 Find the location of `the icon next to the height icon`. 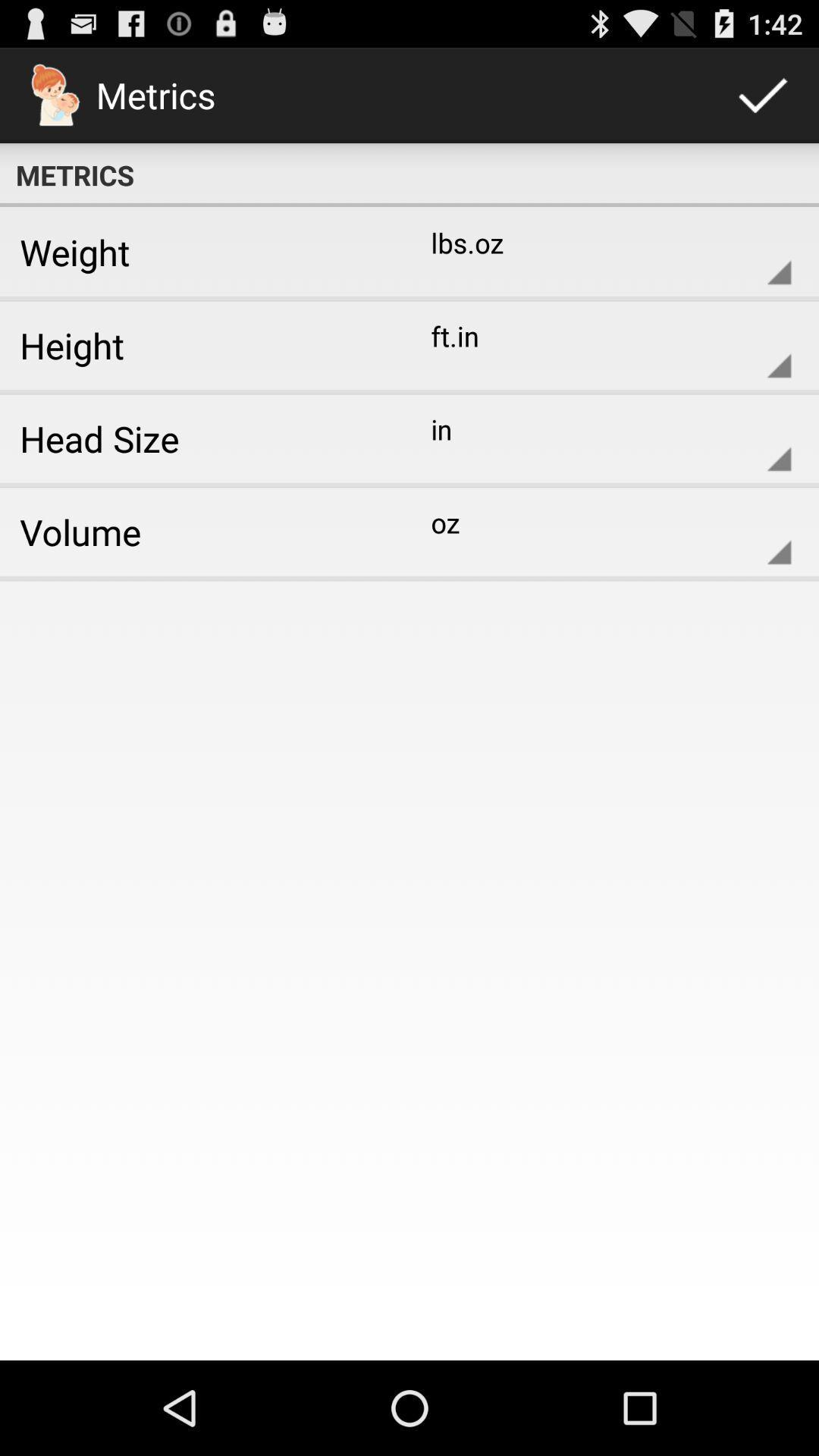

the icon next to the height icon is located at coordinates (598, 344).